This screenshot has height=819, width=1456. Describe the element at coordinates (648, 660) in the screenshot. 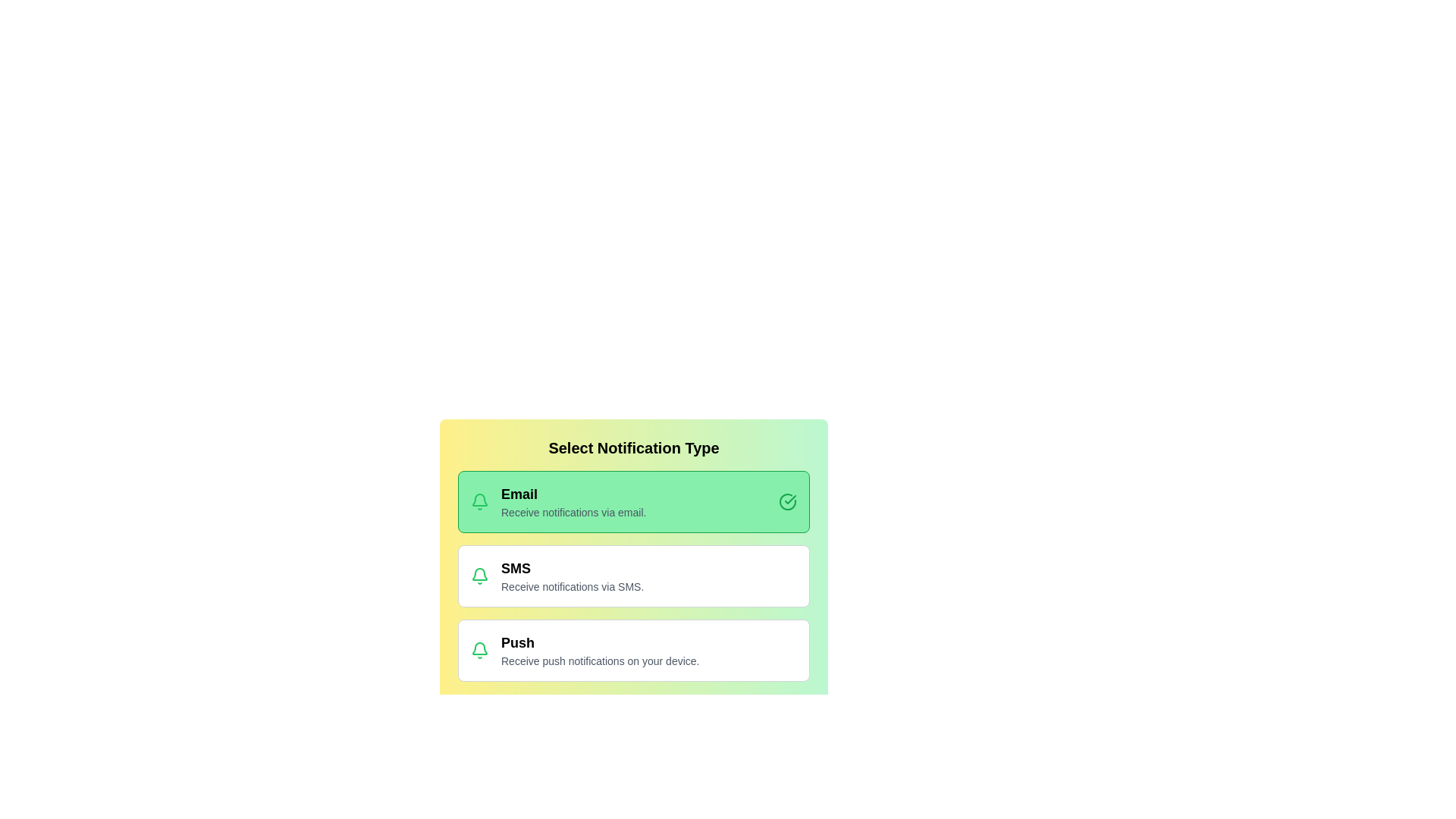

I see `the static text label that informs the user about the 'Push' notification option, located below the heading 'Push' in the third notification option card` at that location.